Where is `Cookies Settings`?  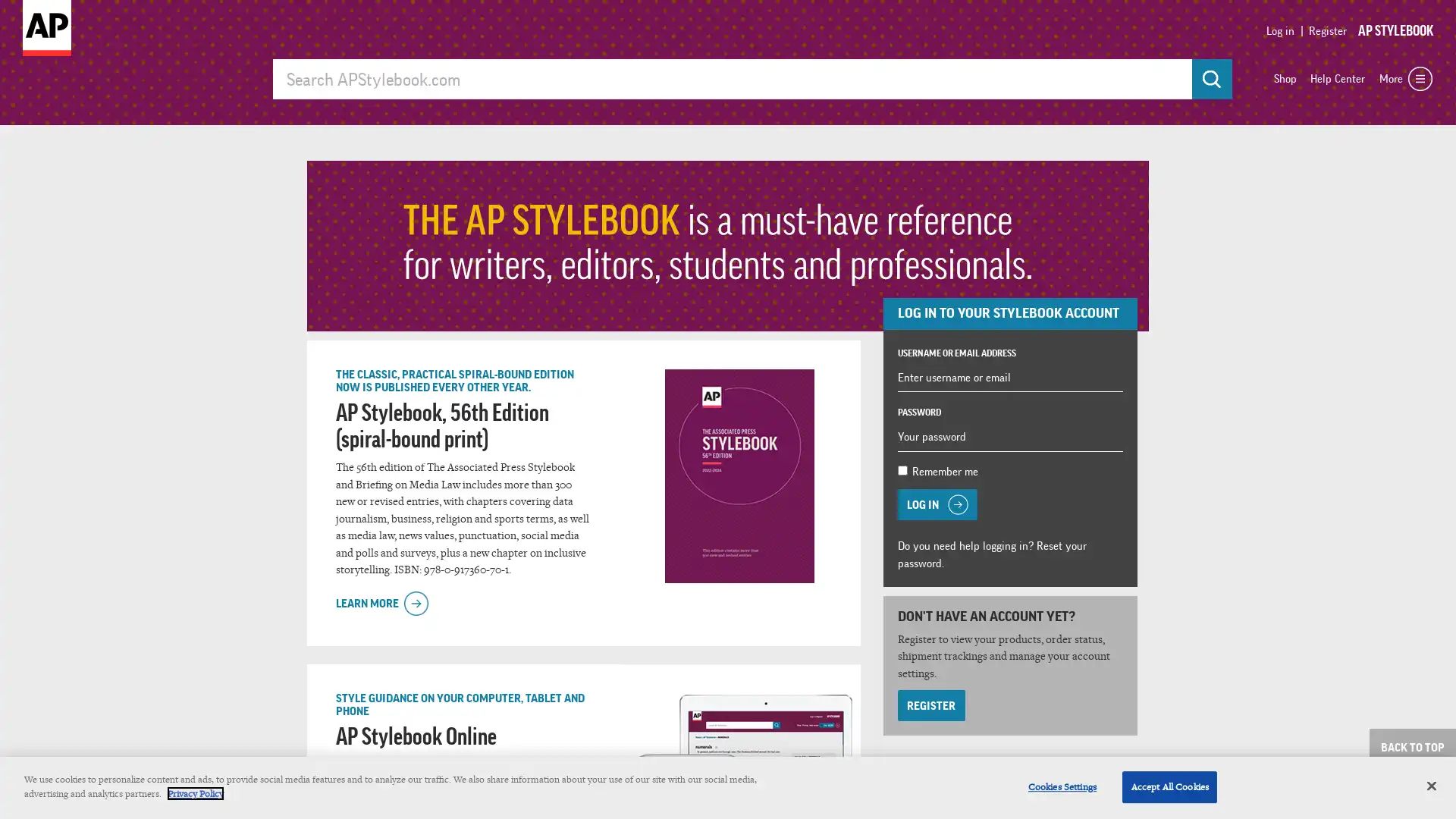 Cookies Settings is located at coordinates (1061, 786).